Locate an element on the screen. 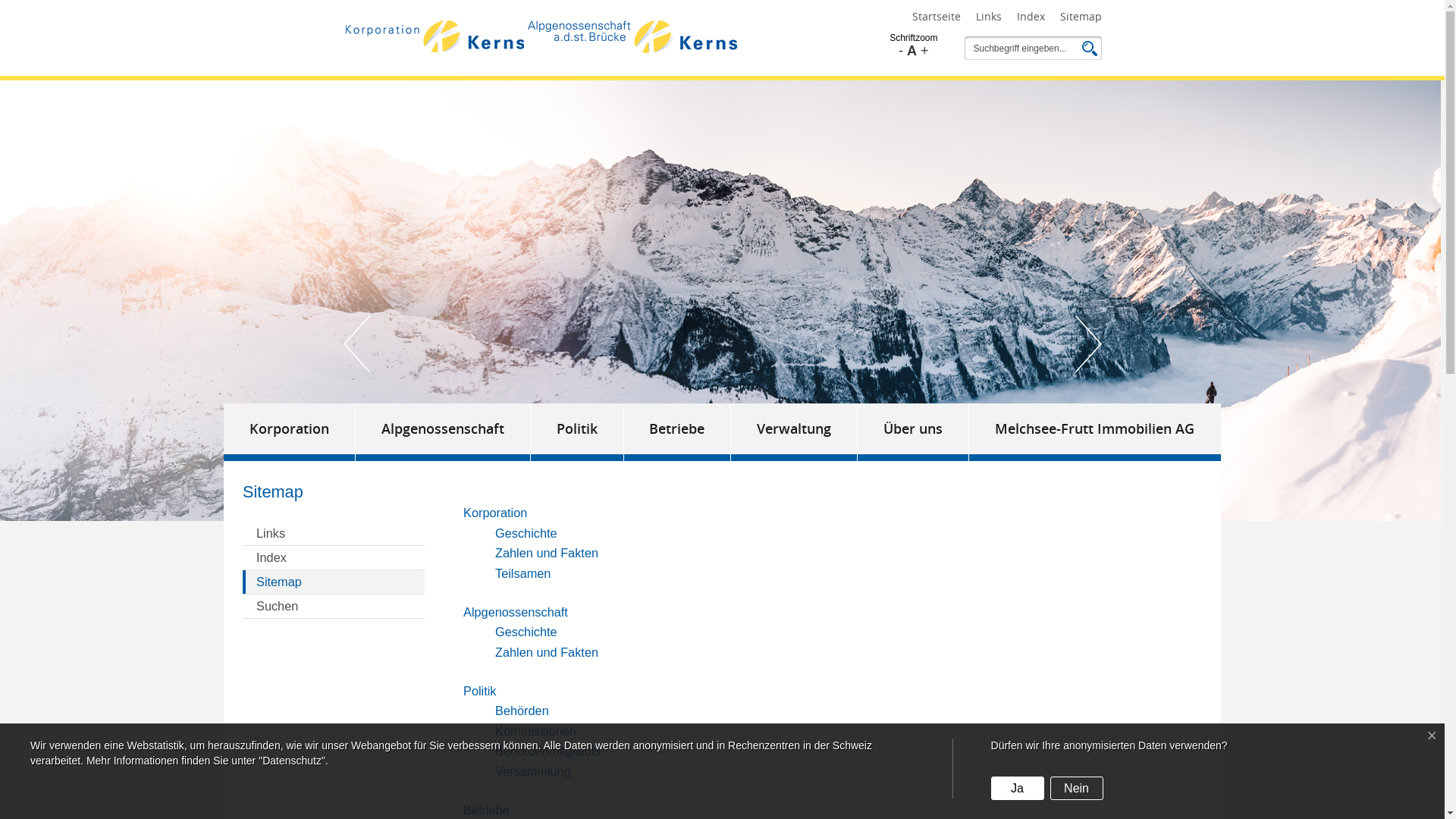 Image resolution: width=1456 pixels, height=819 pixels. 'Kommissionen' is located at coordinates (535, 730).